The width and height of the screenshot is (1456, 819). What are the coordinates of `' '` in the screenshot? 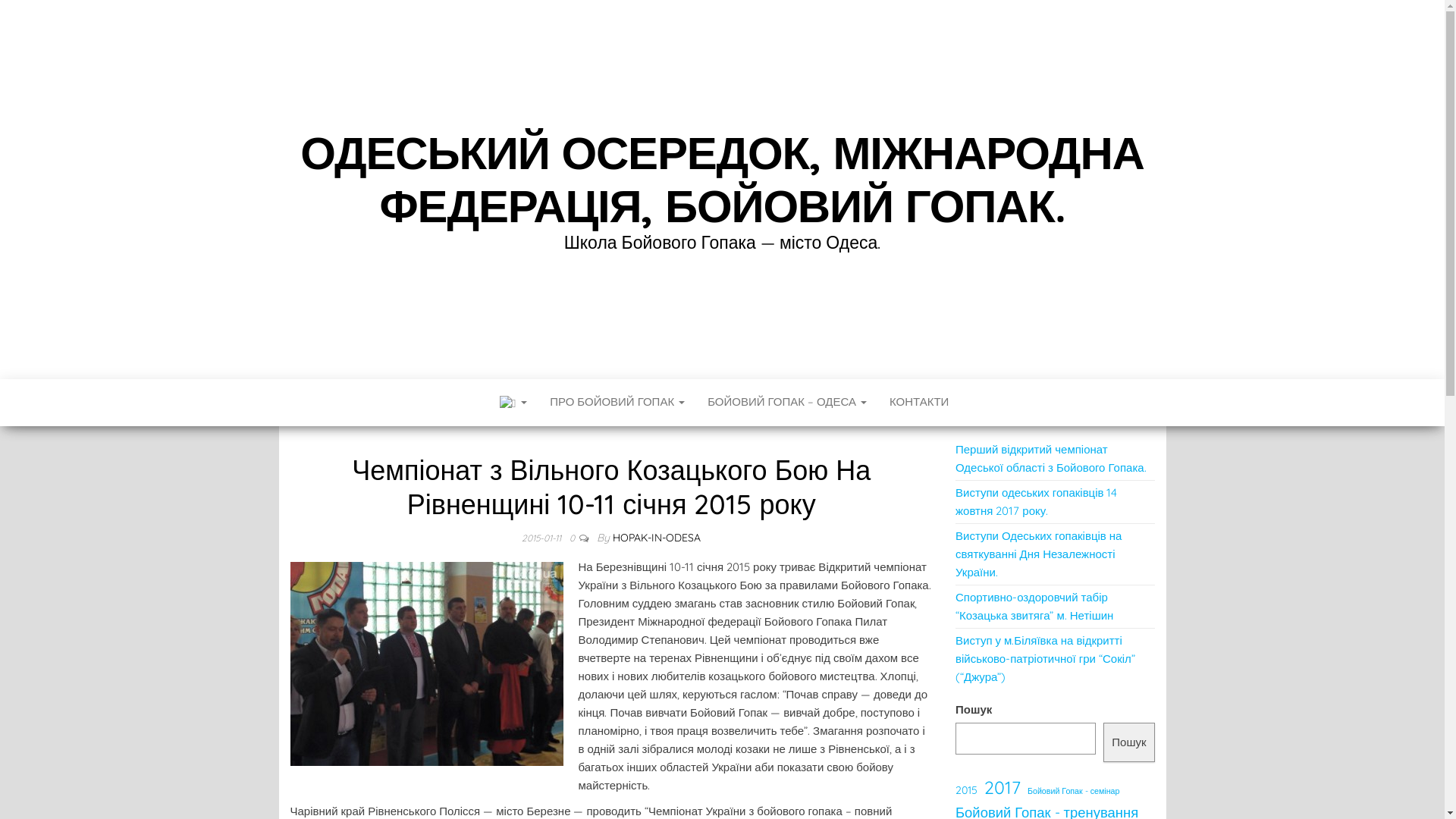 It's located at (512, 402).